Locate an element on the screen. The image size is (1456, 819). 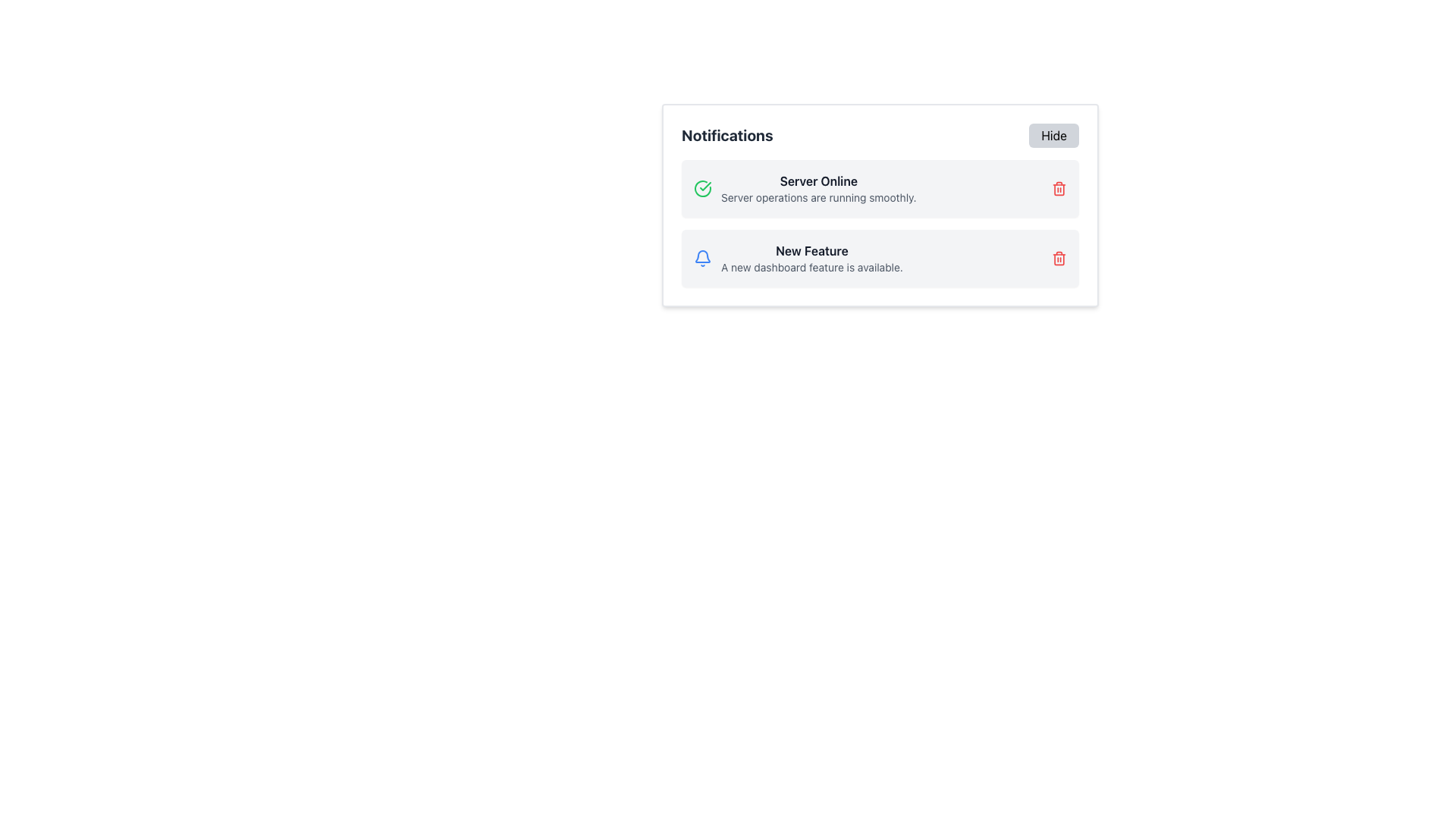
the green circular Status Indicator Icon with a checkmark inside, located in the Notifications section next to the 'Server Online' text is located at coordinates (701, 188).